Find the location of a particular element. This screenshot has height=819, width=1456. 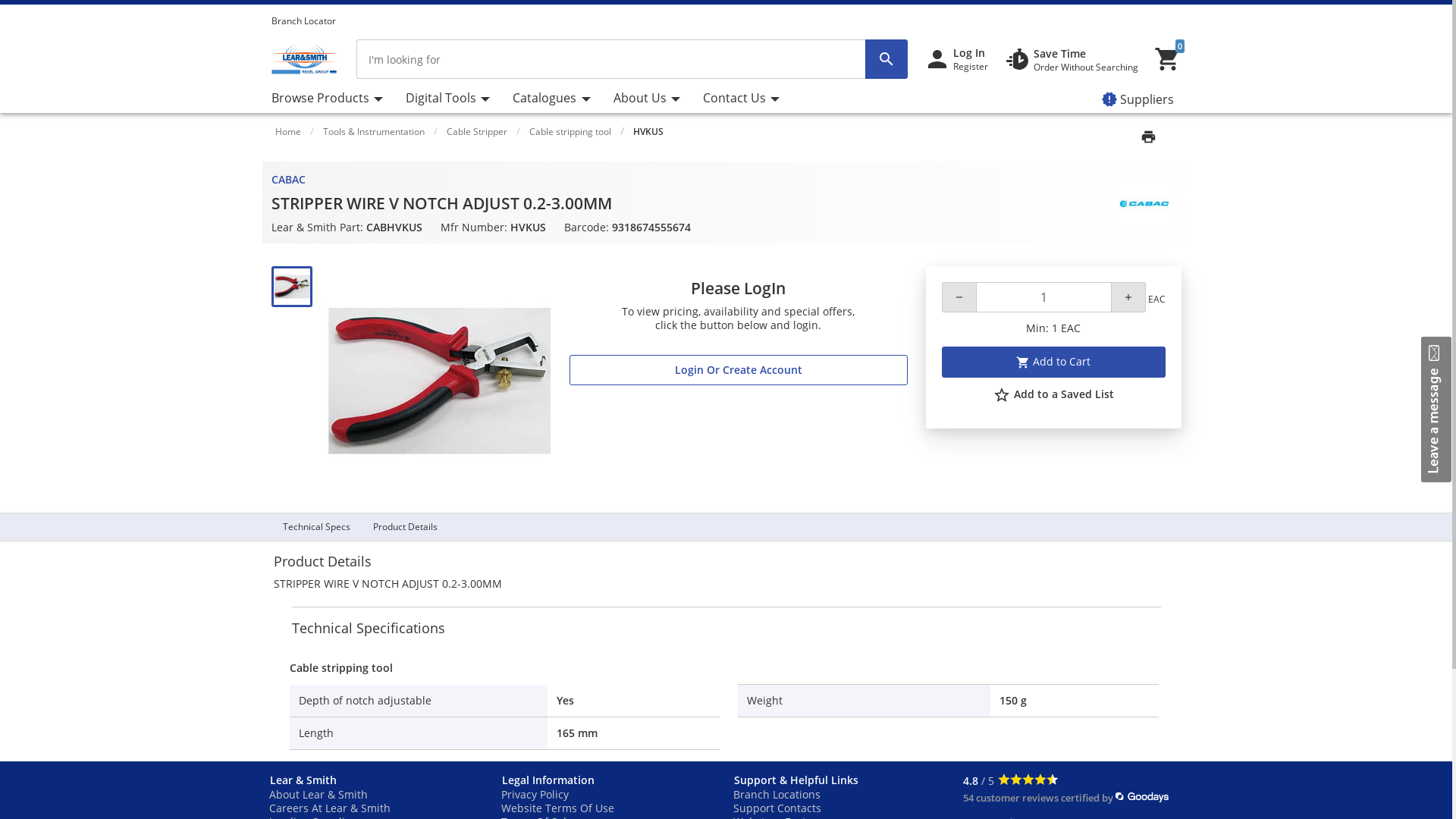

'Digital Tools' is located at coordinates (447, 99).